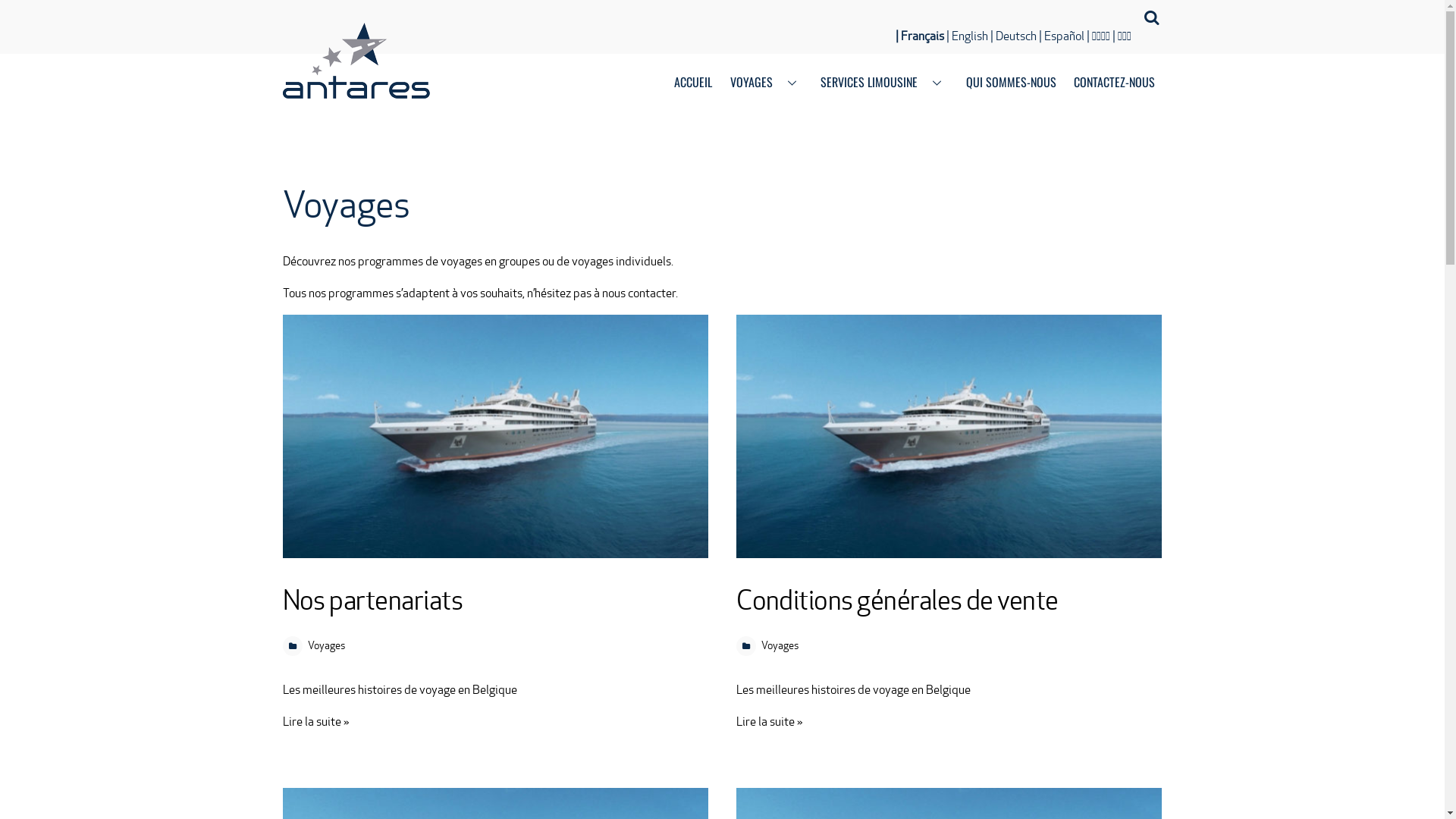 The width and height of the screenshot is (1456, 819). What do you see at coordinates (372, 599) in the screenshot?
I see `'Nos partenariats'` at bounding box center [372, 599].